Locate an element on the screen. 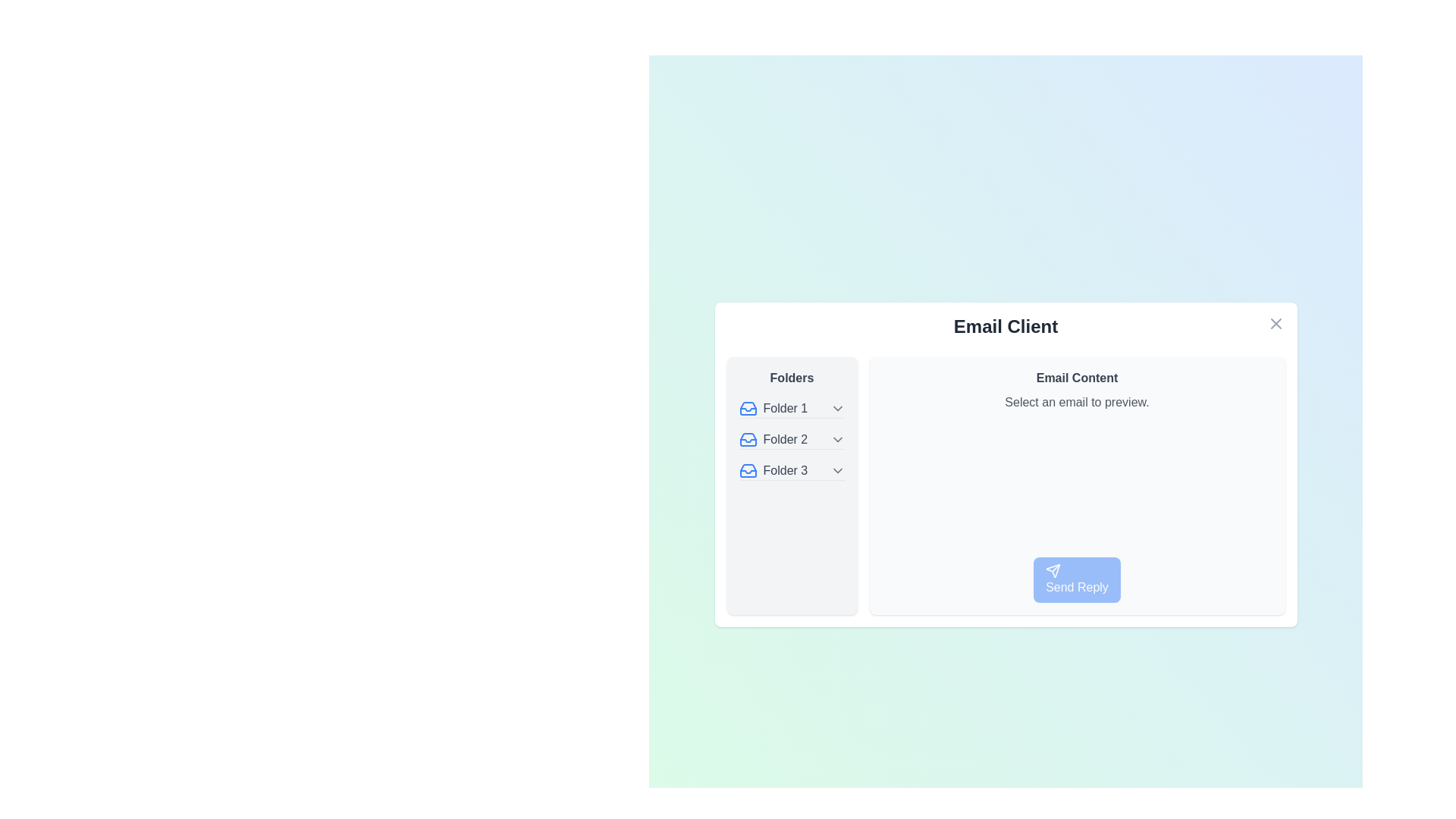 The image size is (1456, 819). the close button (an 'X' icon) located at the top-right corner of the email client modal is located at coordinates (1275, 323).